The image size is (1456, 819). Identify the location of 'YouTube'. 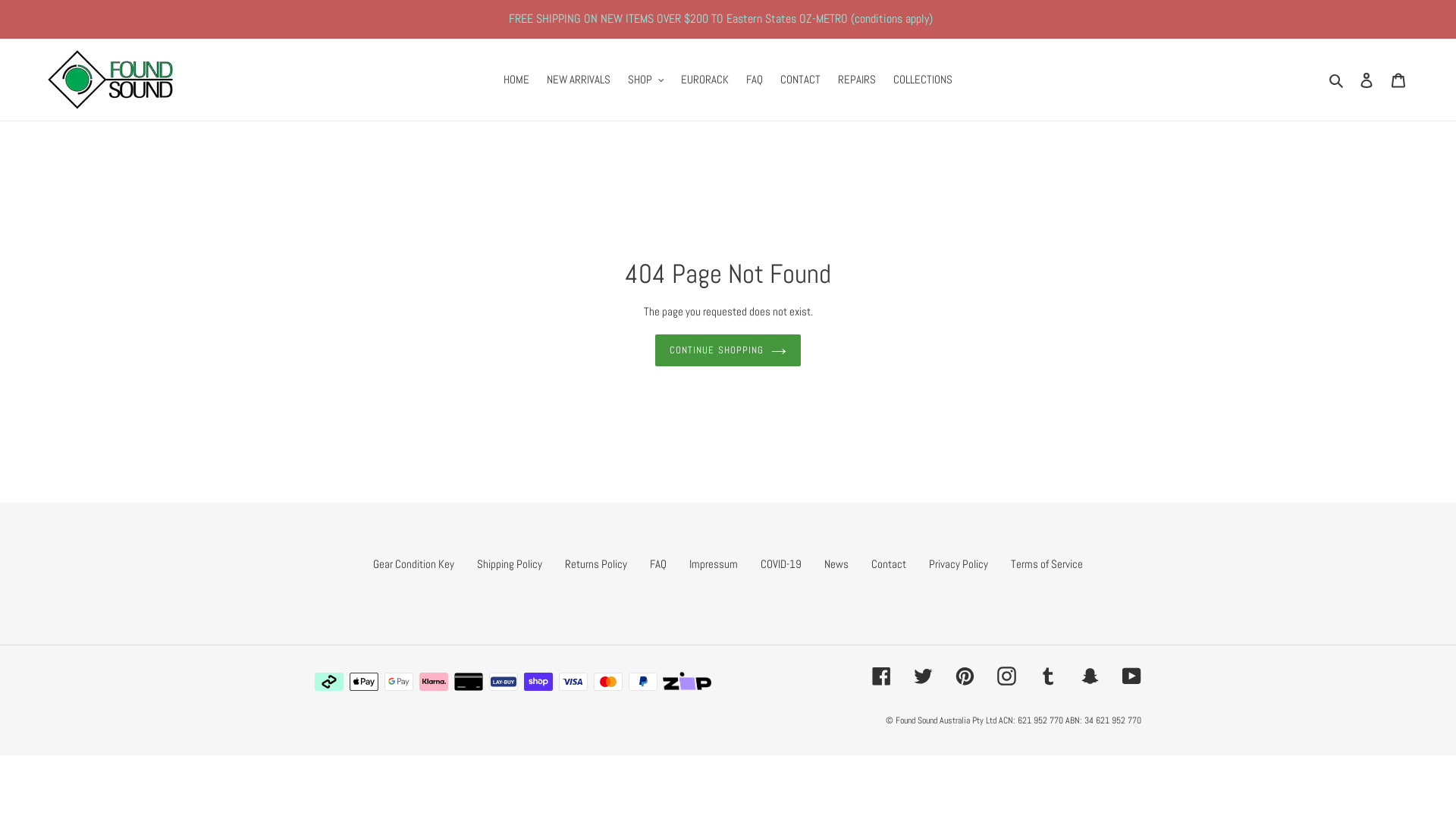
(1131, 675).